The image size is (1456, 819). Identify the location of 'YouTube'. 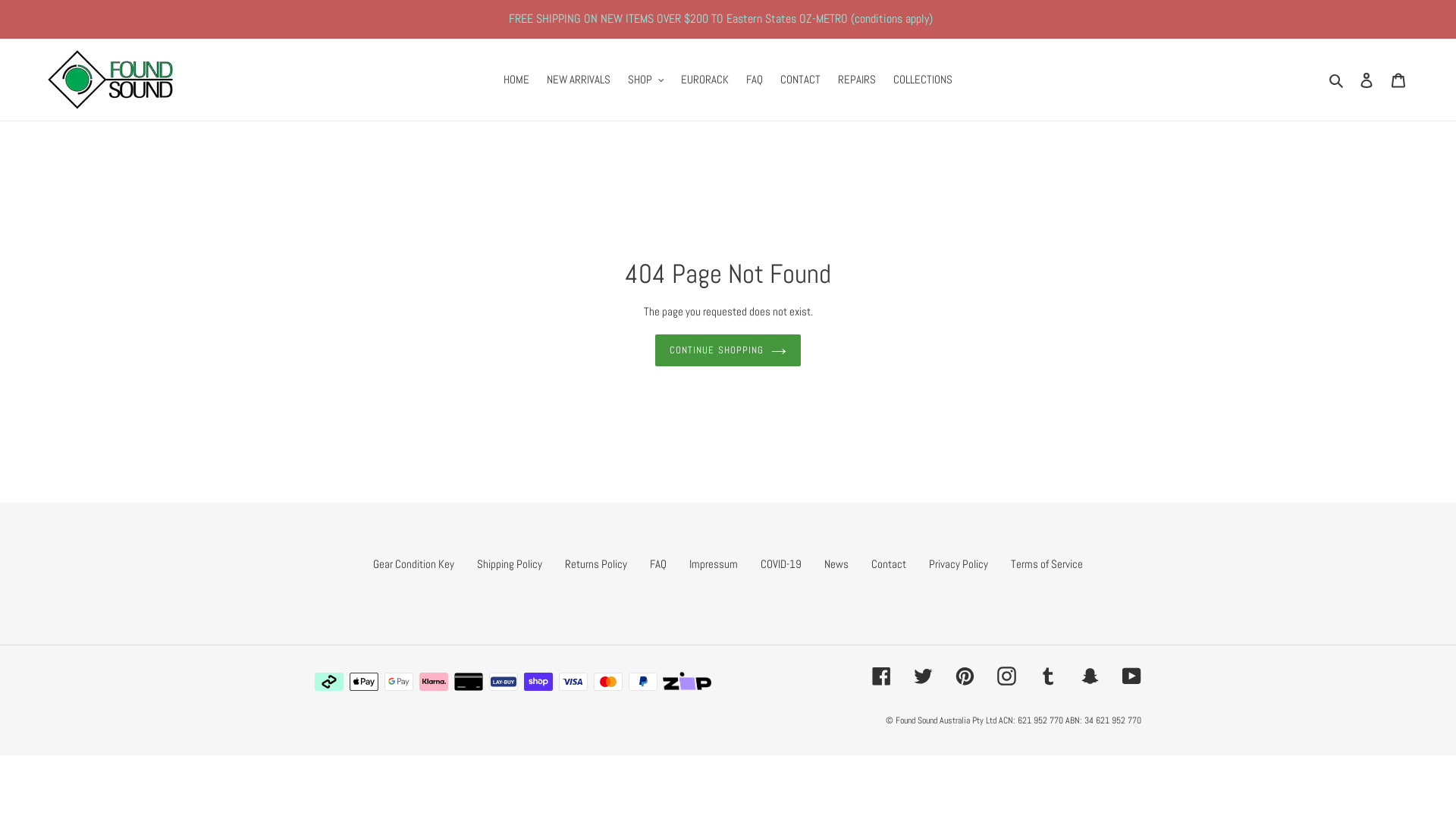
(1131, 675).